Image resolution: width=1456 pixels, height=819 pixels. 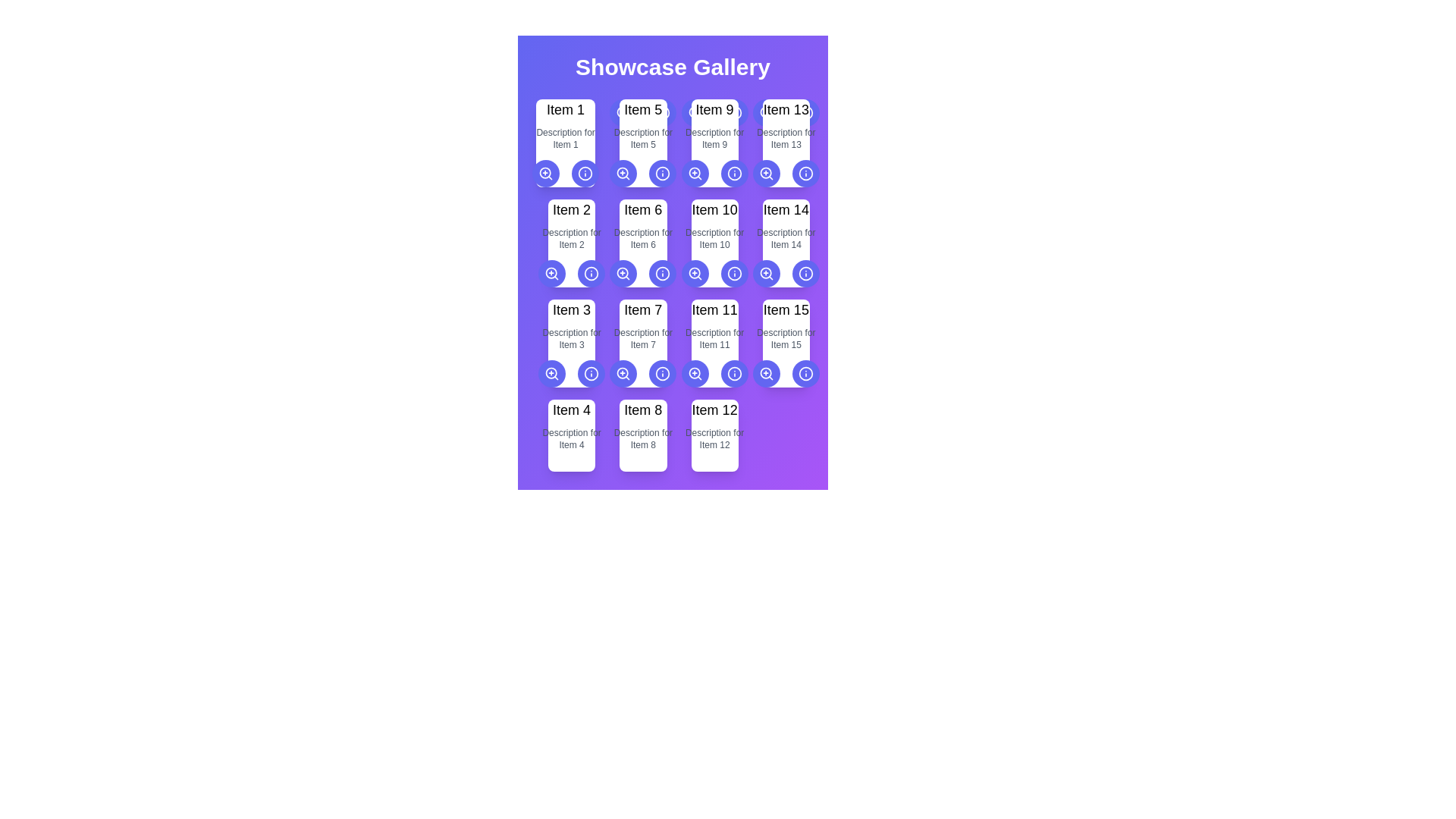 What do you see at coordinates (623, 172) in the screenshot?
I see `the zoom-in icon button located below the 'Item 5' card in the gallery` at bounding box center [623, 172].